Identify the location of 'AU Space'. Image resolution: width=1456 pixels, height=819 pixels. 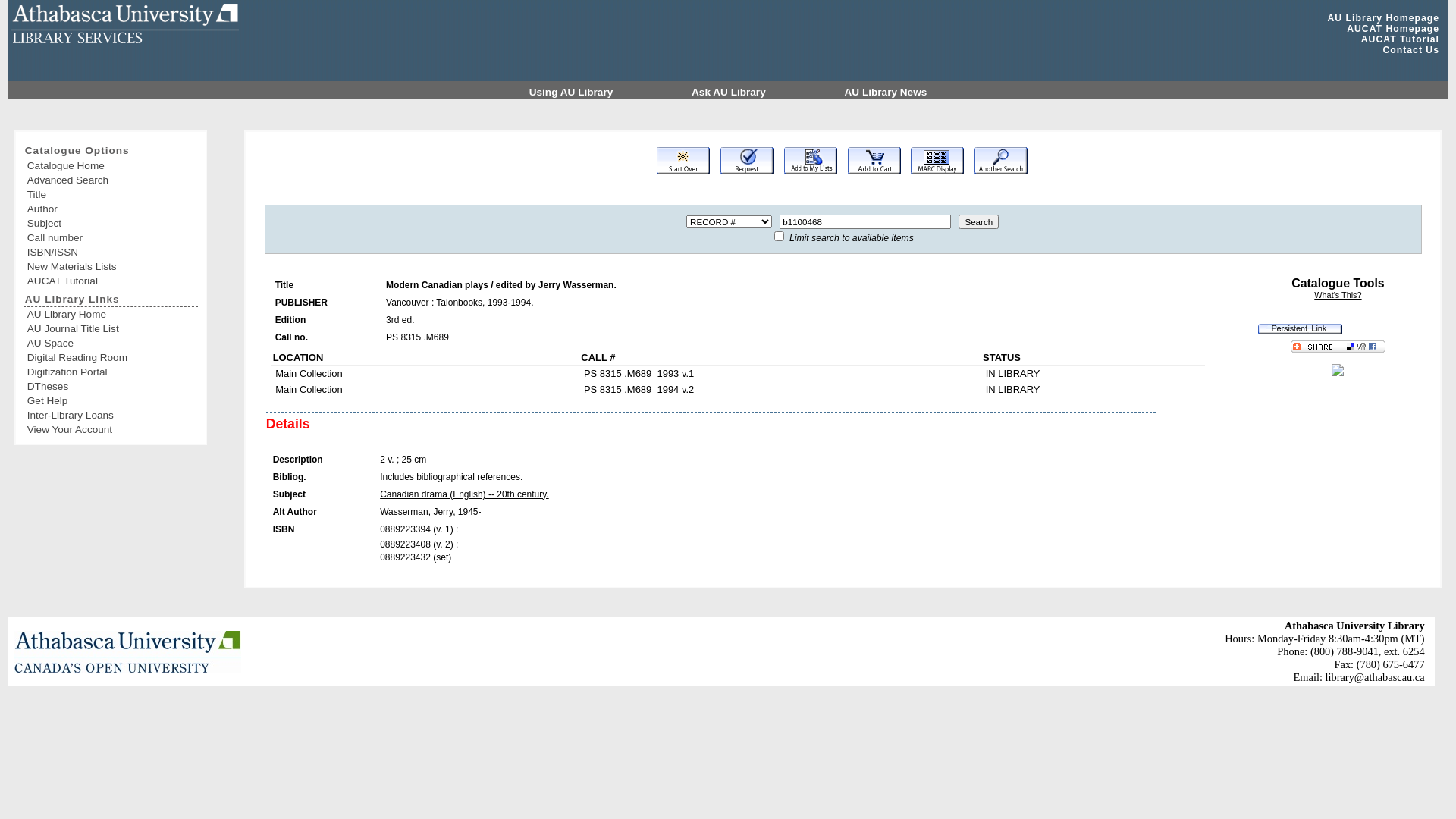
(111, 343).